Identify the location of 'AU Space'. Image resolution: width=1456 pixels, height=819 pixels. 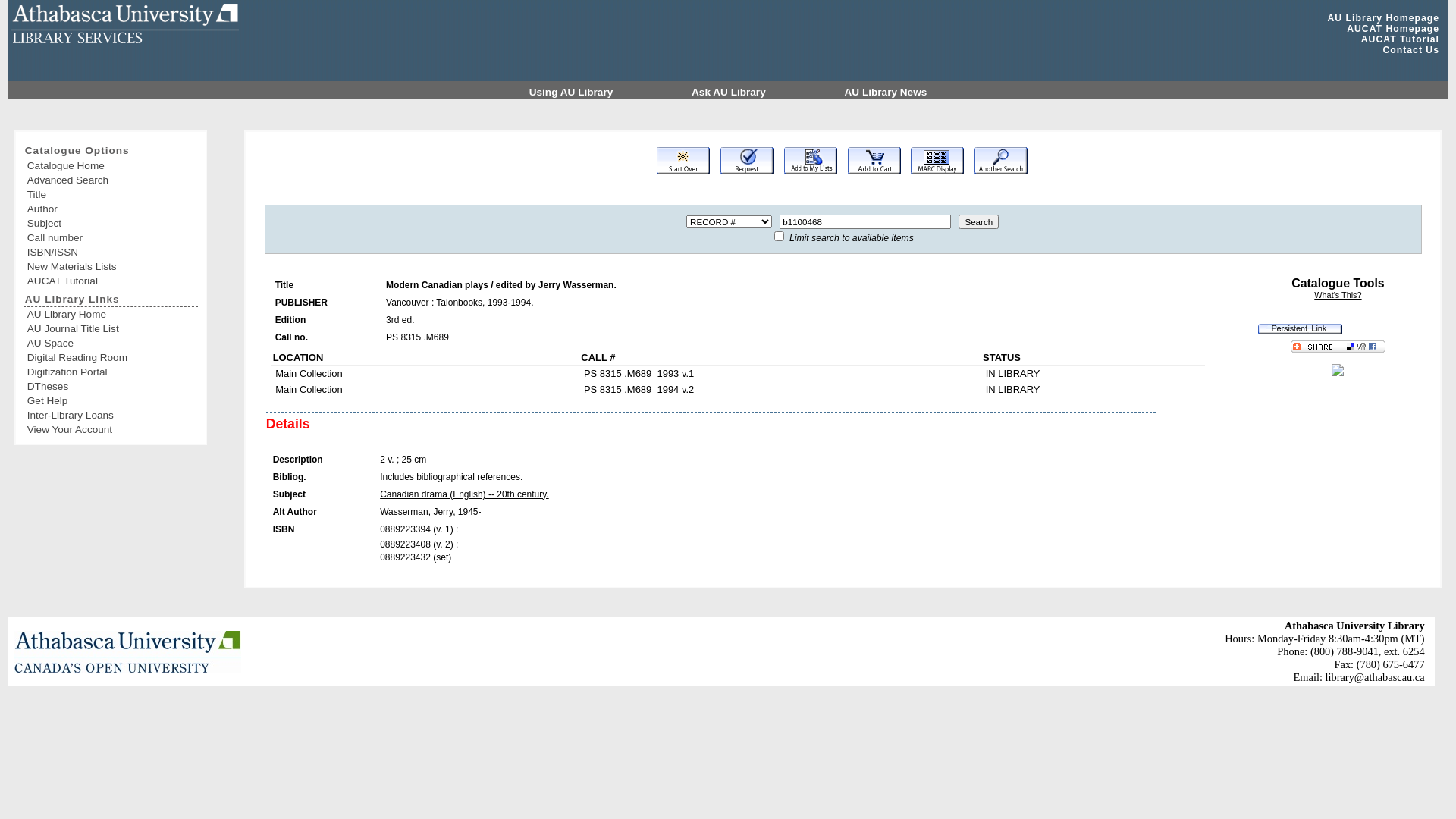
(111, 343).